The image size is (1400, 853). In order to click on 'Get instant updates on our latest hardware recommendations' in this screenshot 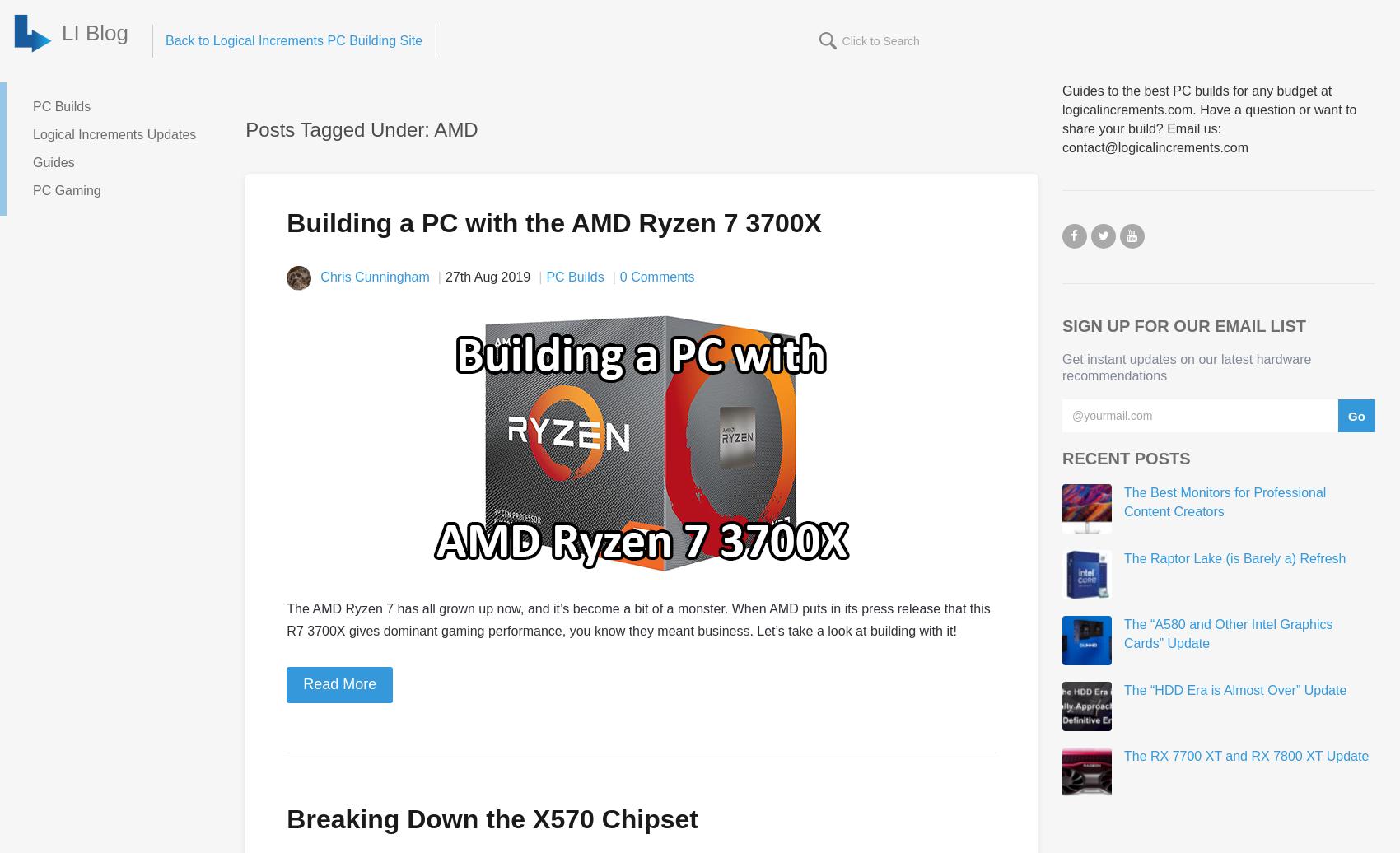, I will do `click(1185, 366)`.